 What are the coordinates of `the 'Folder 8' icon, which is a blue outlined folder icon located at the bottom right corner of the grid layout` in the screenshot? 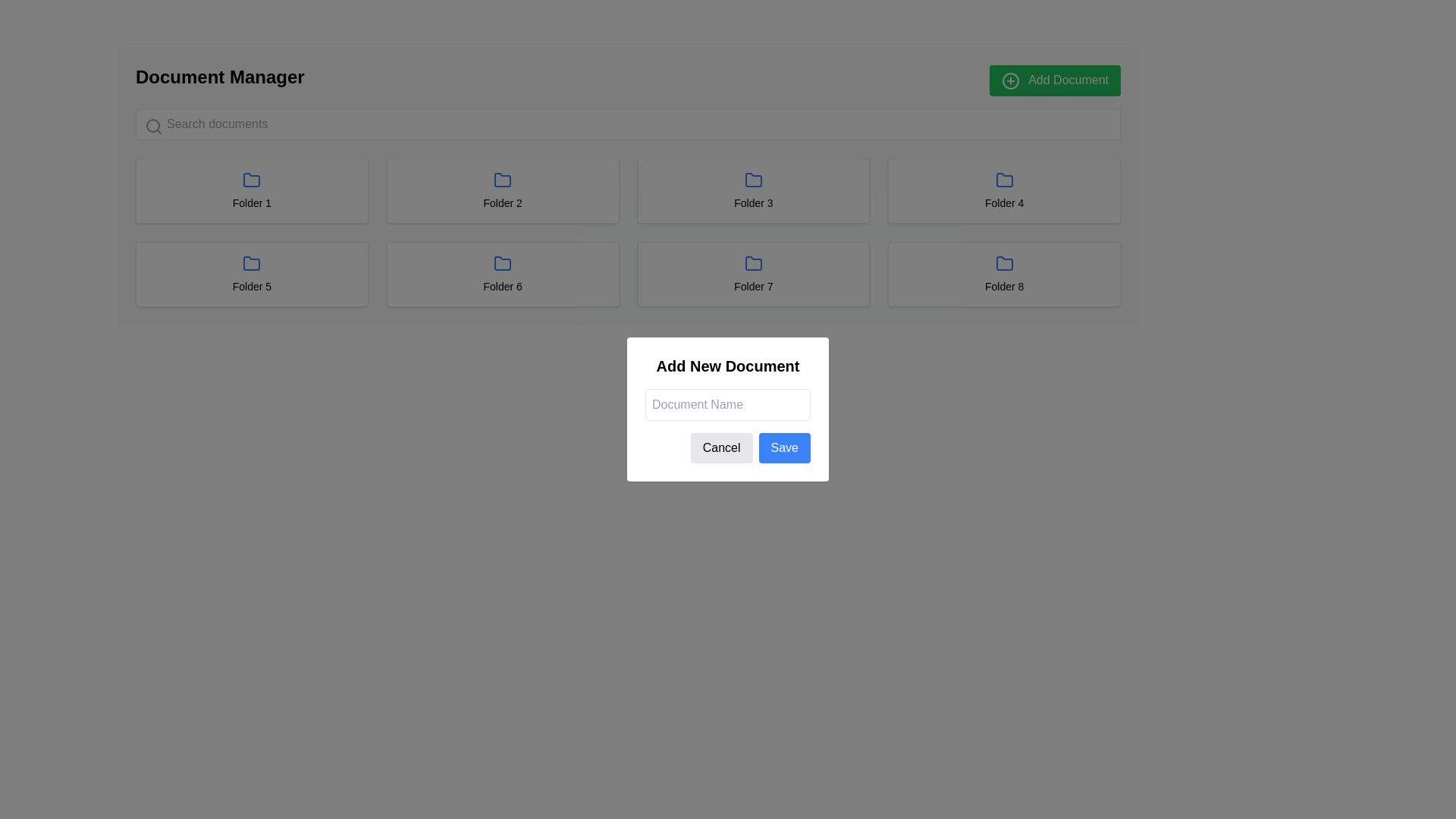 It's located at (1004, 262).